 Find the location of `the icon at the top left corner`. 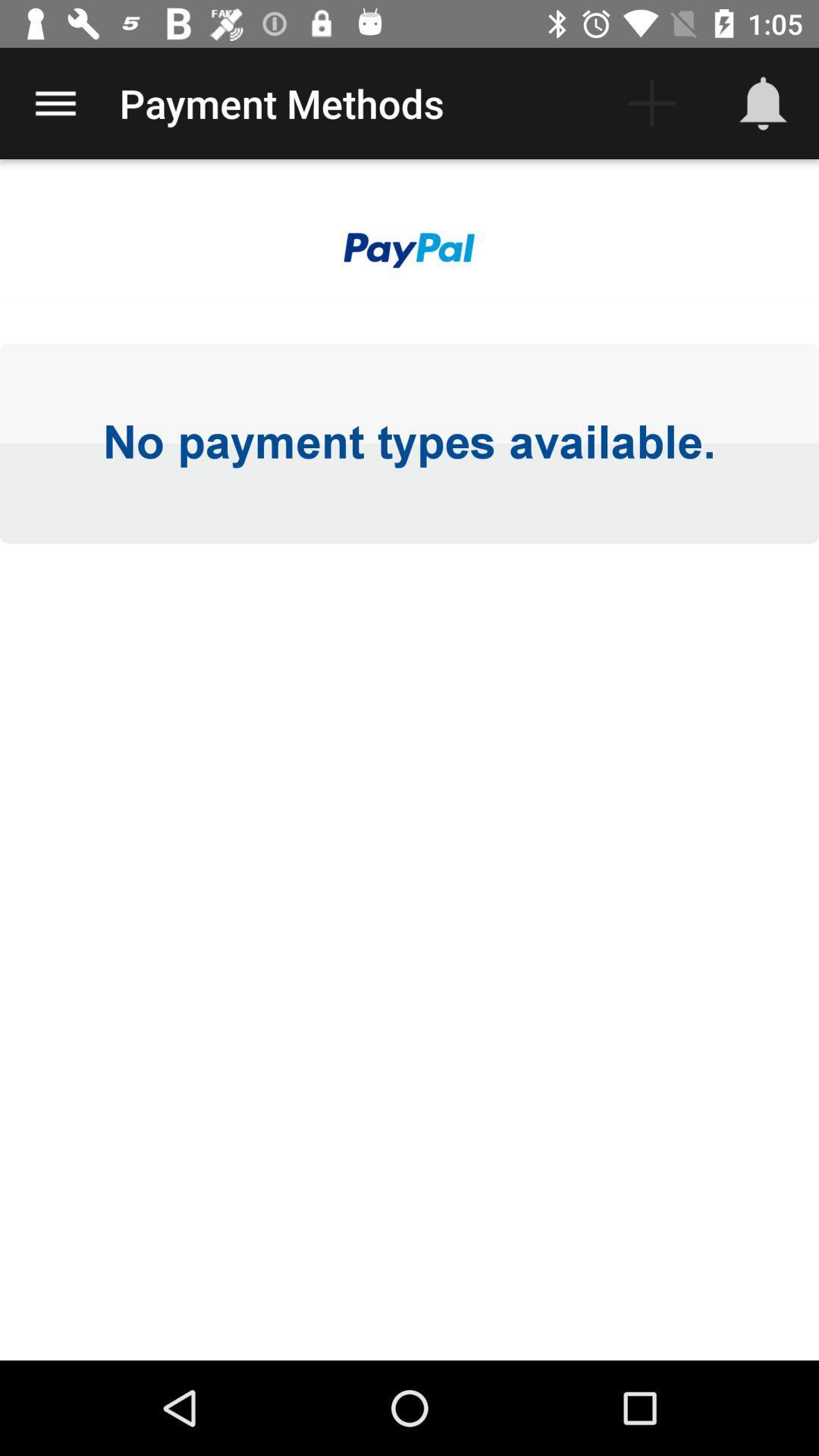

the icon at the top left corner is located at coordinates (55, 102).